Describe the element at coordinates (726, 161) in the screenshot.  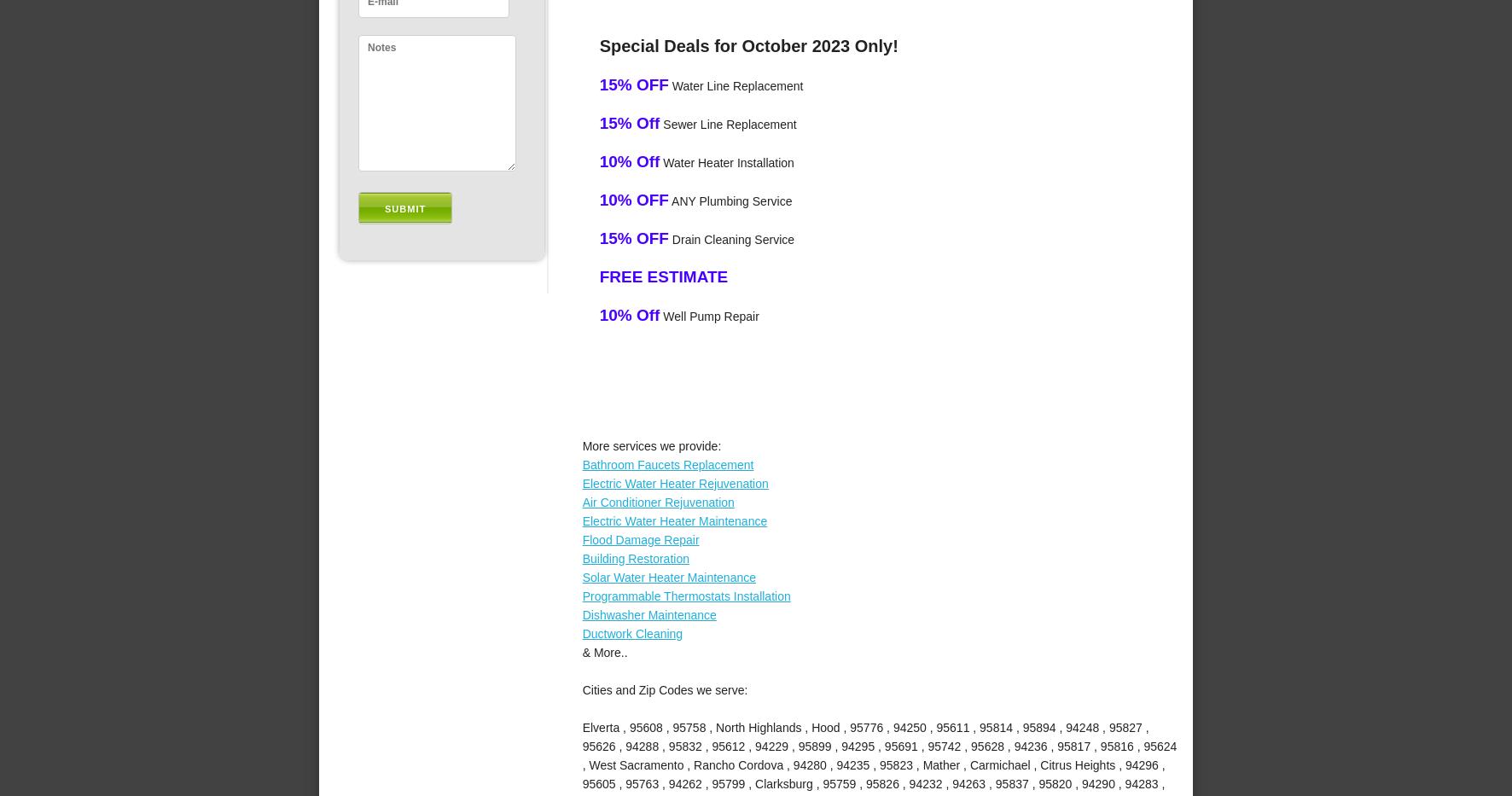
I see `'Water Heater Installation'` at that location.